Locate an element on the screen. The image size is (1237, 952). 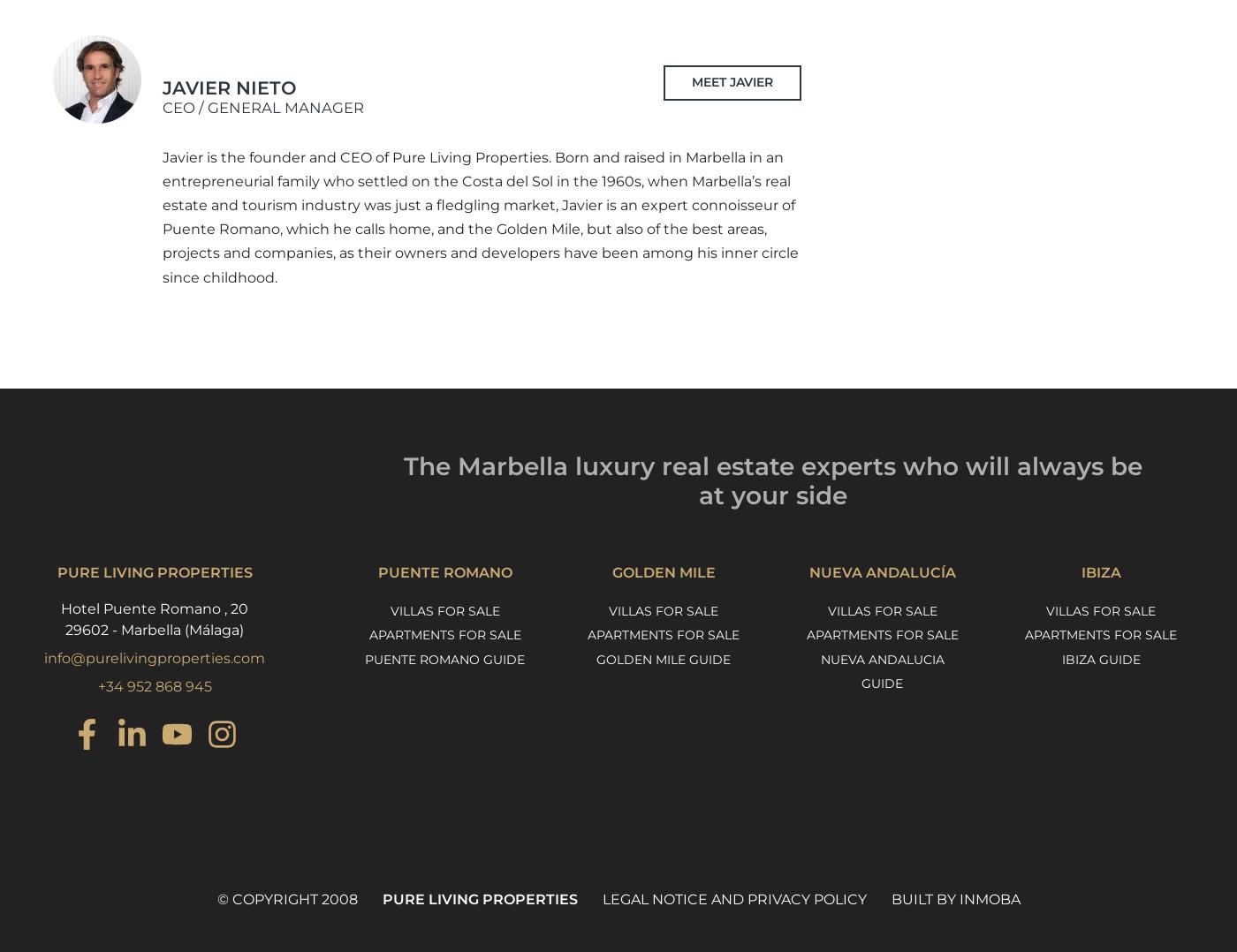
'+34 952 868 945' is located at coordinates (154, 685).